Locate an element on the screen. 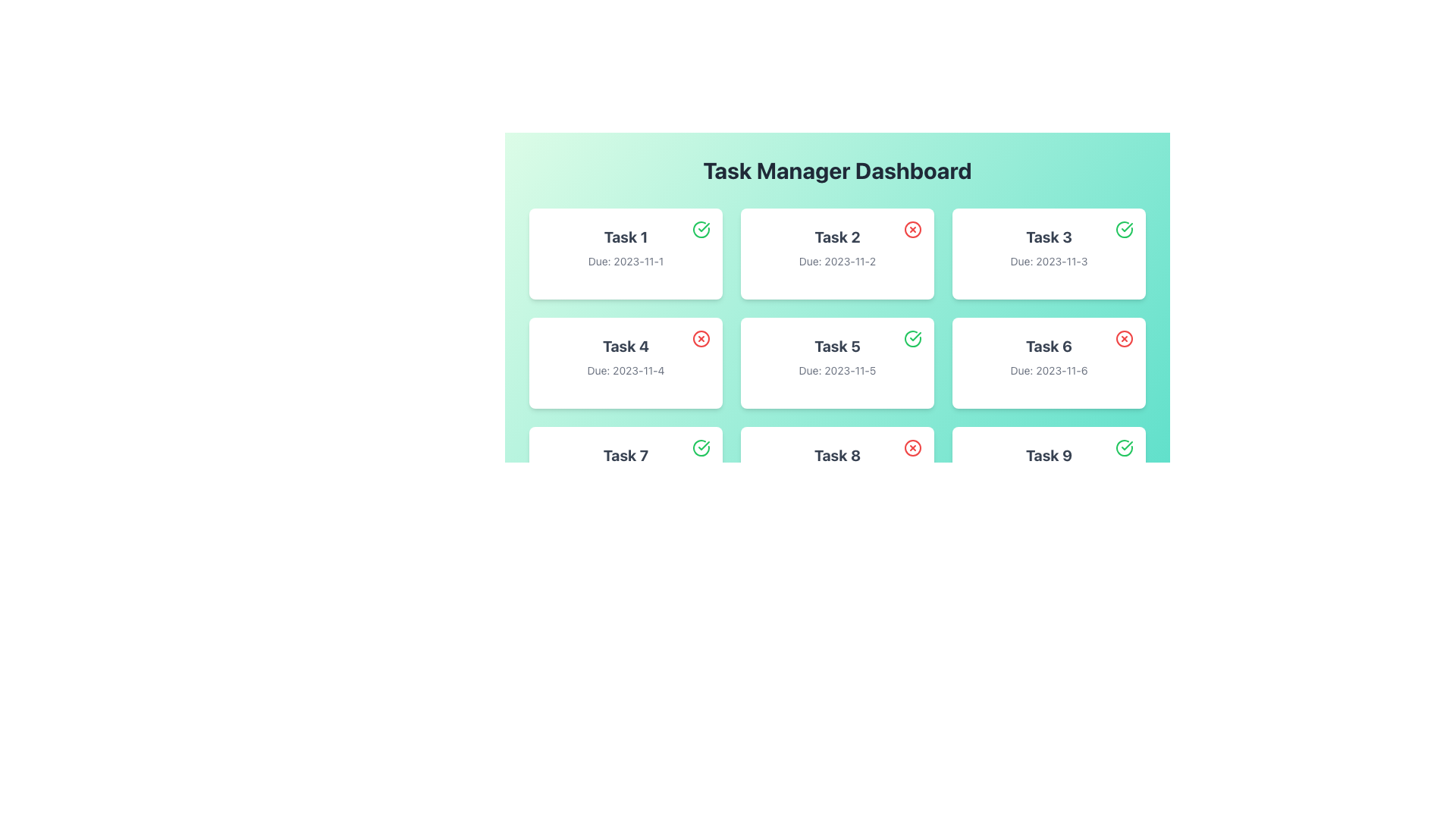 The width and height of the screenshot is (1456, 819). the red circular close icon indicating the status of 'Task 6' on the dashboard interface is located at coordinates (1125, 338).